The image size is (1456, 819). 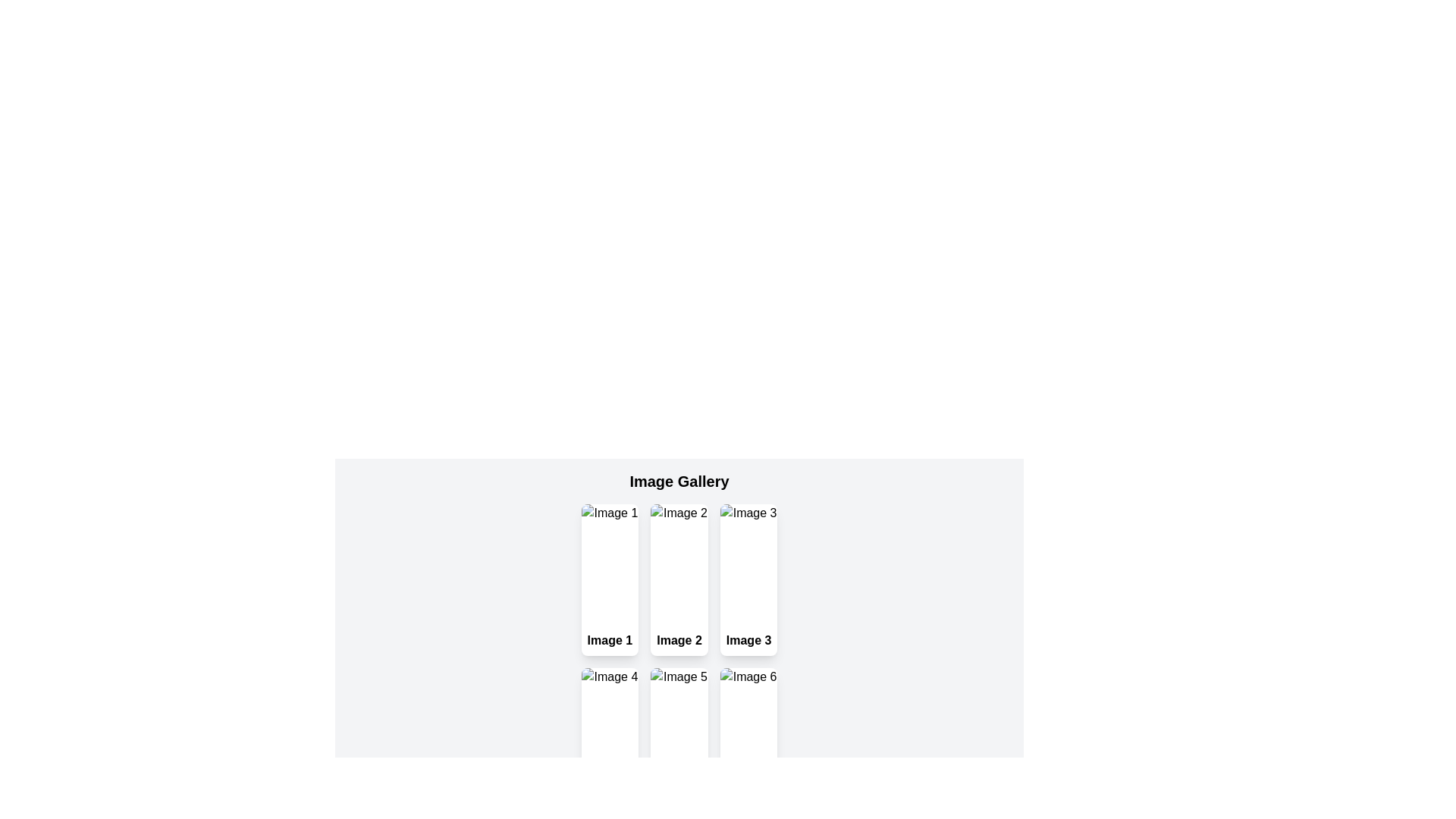 What do you see at coordinates (748, 564) in the screenshot?
I see `the rectangular image labeled 'Image 3' located at the top of the third column` at bounding box center [748, 564].